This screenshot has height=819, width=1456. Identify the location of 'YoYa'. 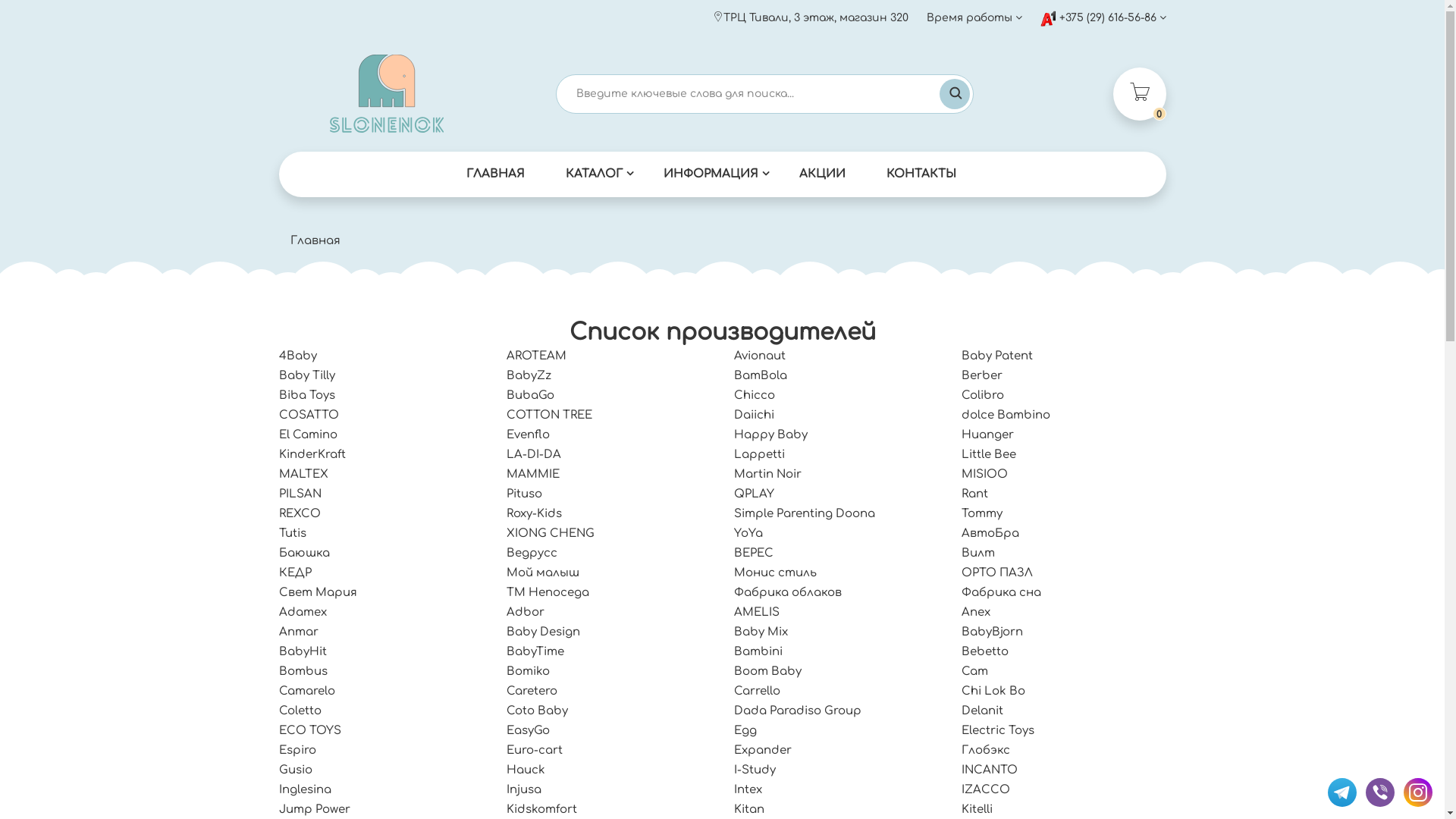
(748, 532).